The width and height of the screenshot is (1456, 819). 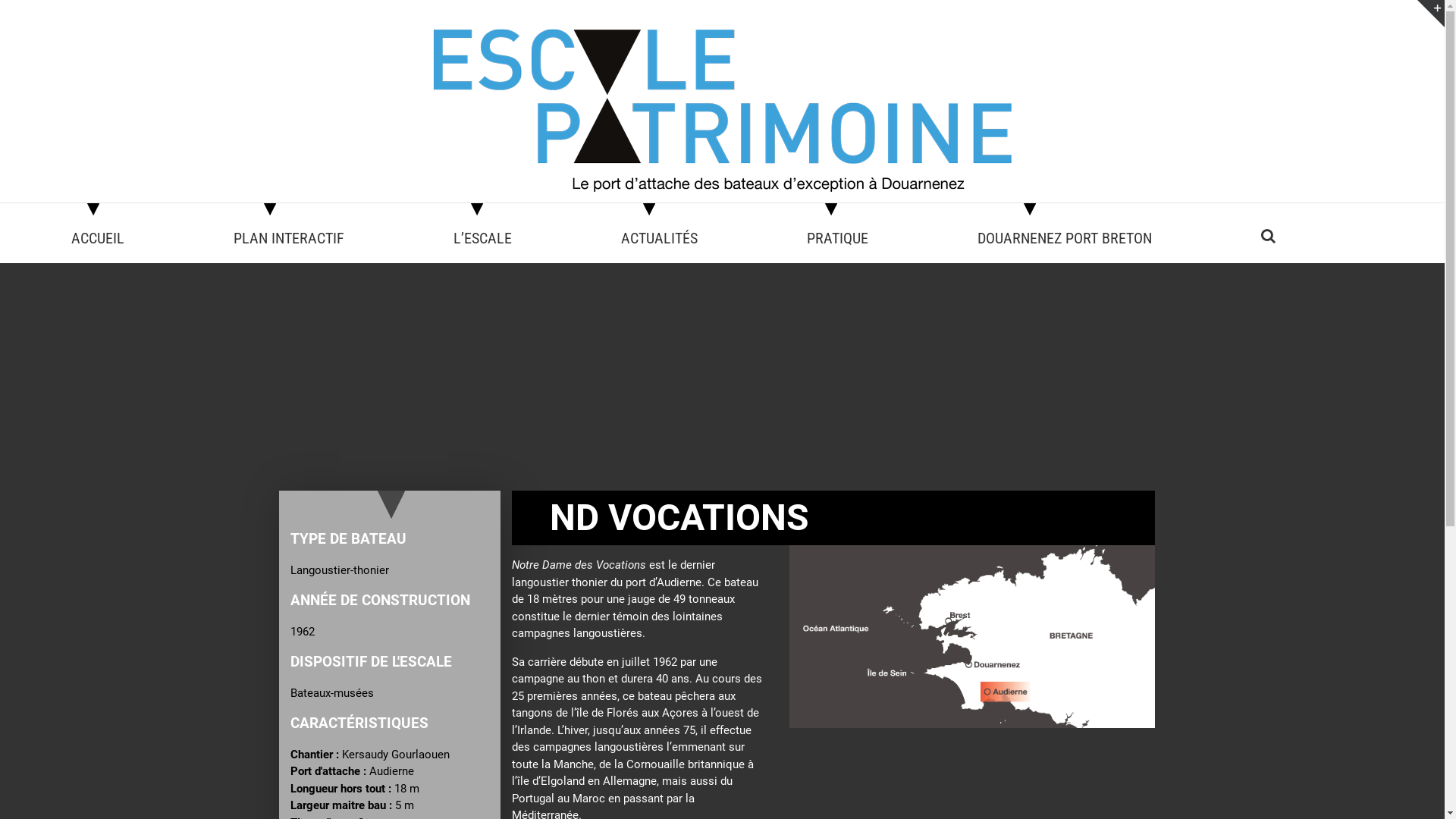 What do you see at coordinates (977, 236) in the screenshot?
I see `'DOUARNENEZ PORT BRETON'` at bounding box center [977, 236].